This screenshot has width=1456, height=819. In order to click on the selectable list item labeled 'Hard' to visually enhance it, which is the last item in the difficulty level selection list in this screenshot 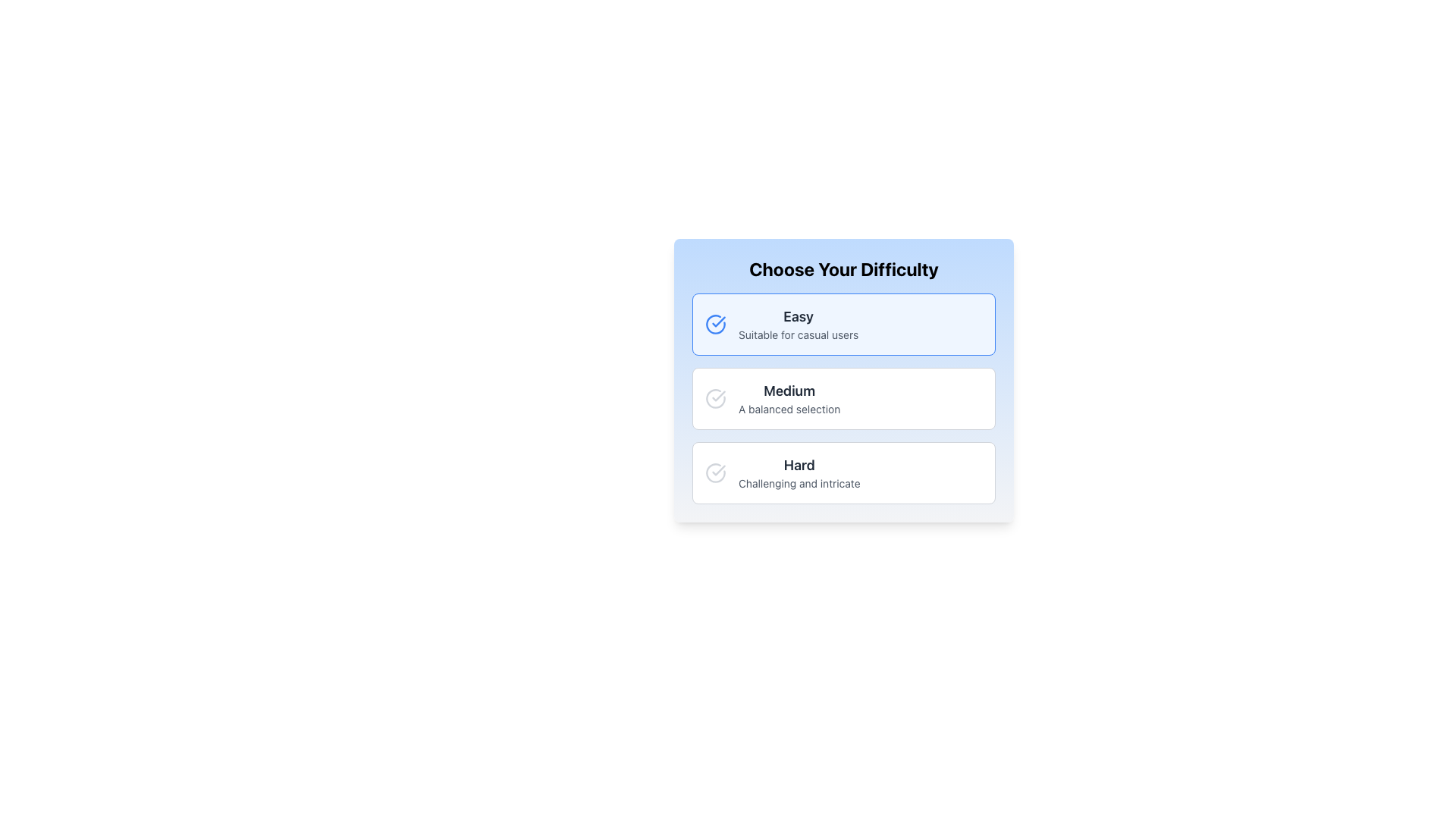, I will do `click(843, 472)`.